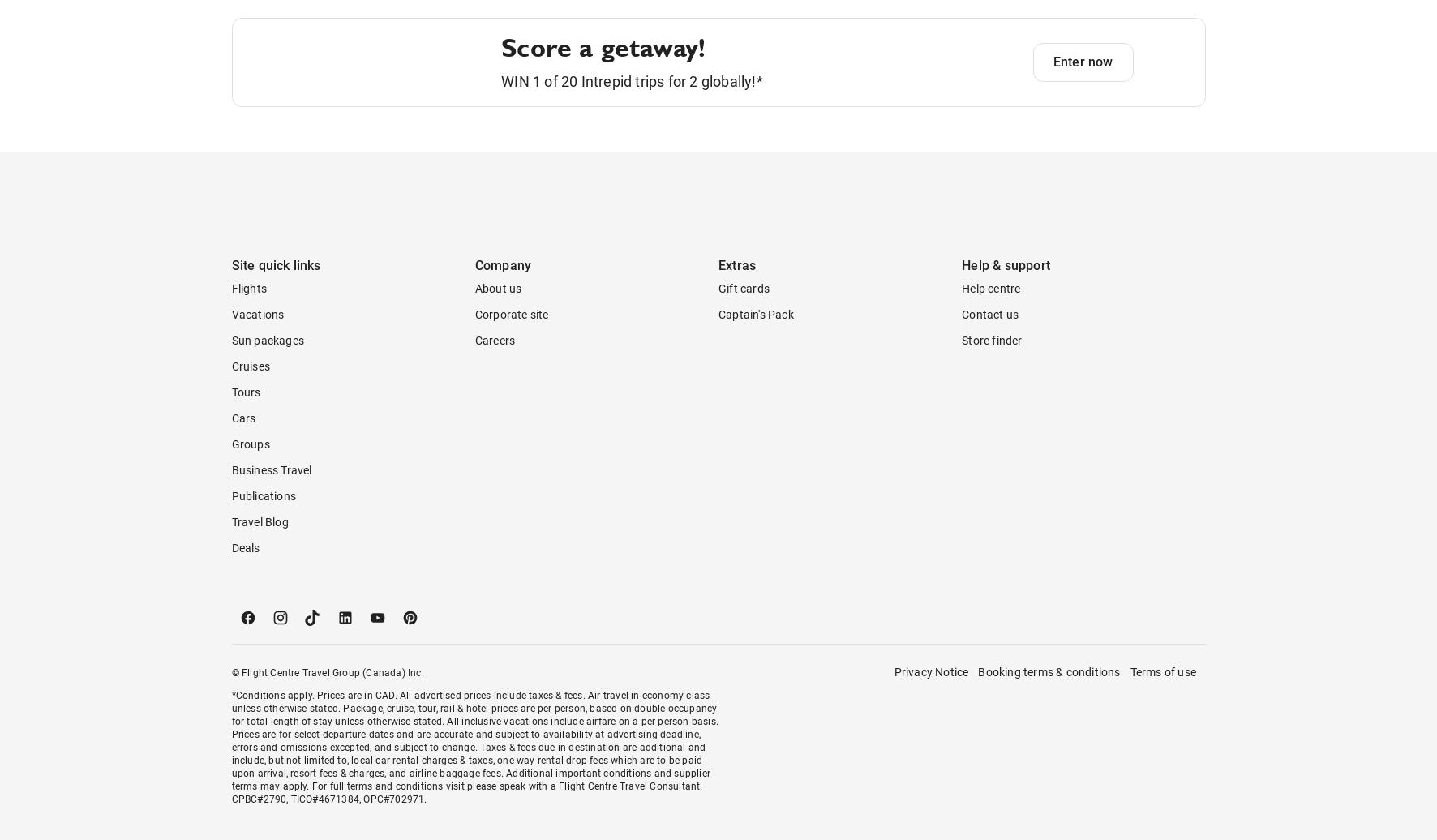  What do you see at coordinates (276, 330) in the screenshot?
I see `'Site quick links'` at bounding box center [276, 330].